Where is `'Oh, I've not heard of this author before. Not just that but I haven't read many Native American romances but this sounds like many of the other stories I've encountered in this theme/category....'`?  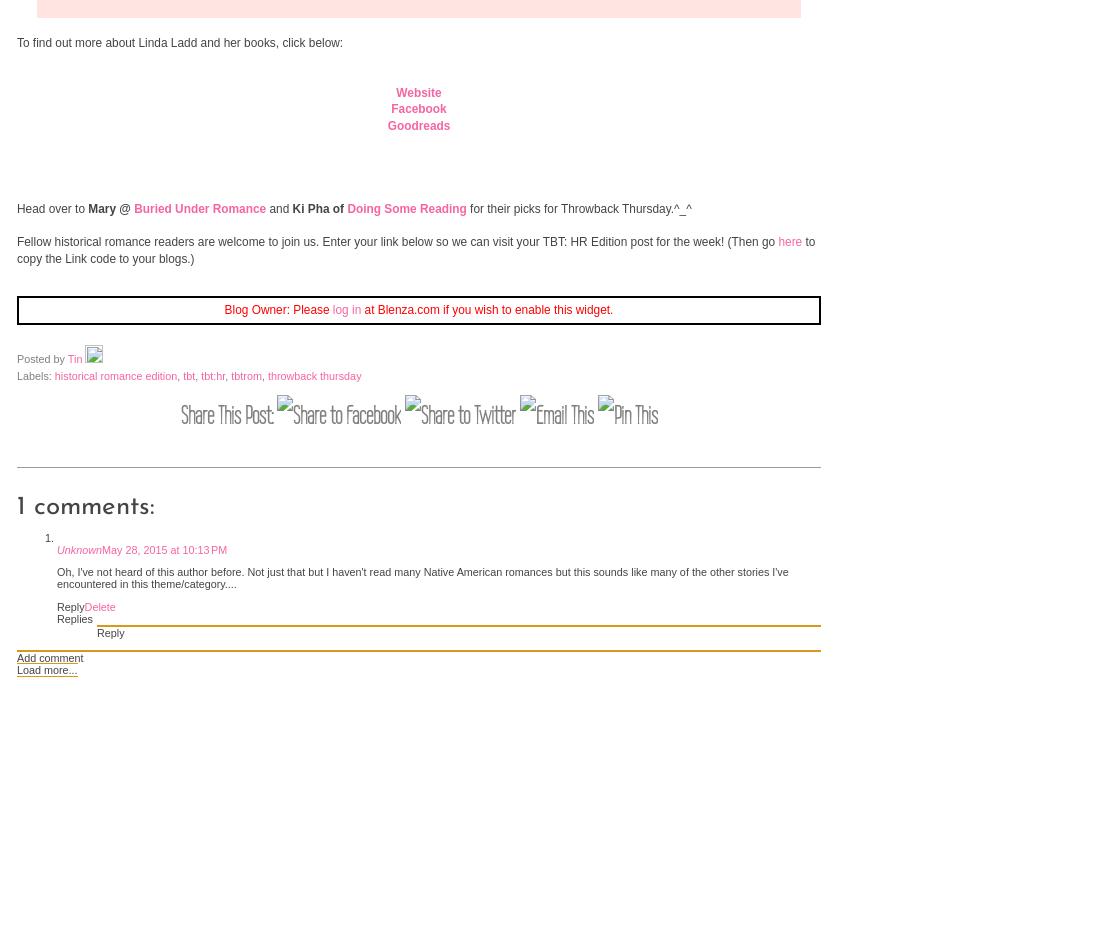 'Oh, I've not heard of this author before. Not just that but I haven't read many Native American romances but this sounds like many of the other stories I've encountered in this theme/category....' is located at coordinates (55, 576).